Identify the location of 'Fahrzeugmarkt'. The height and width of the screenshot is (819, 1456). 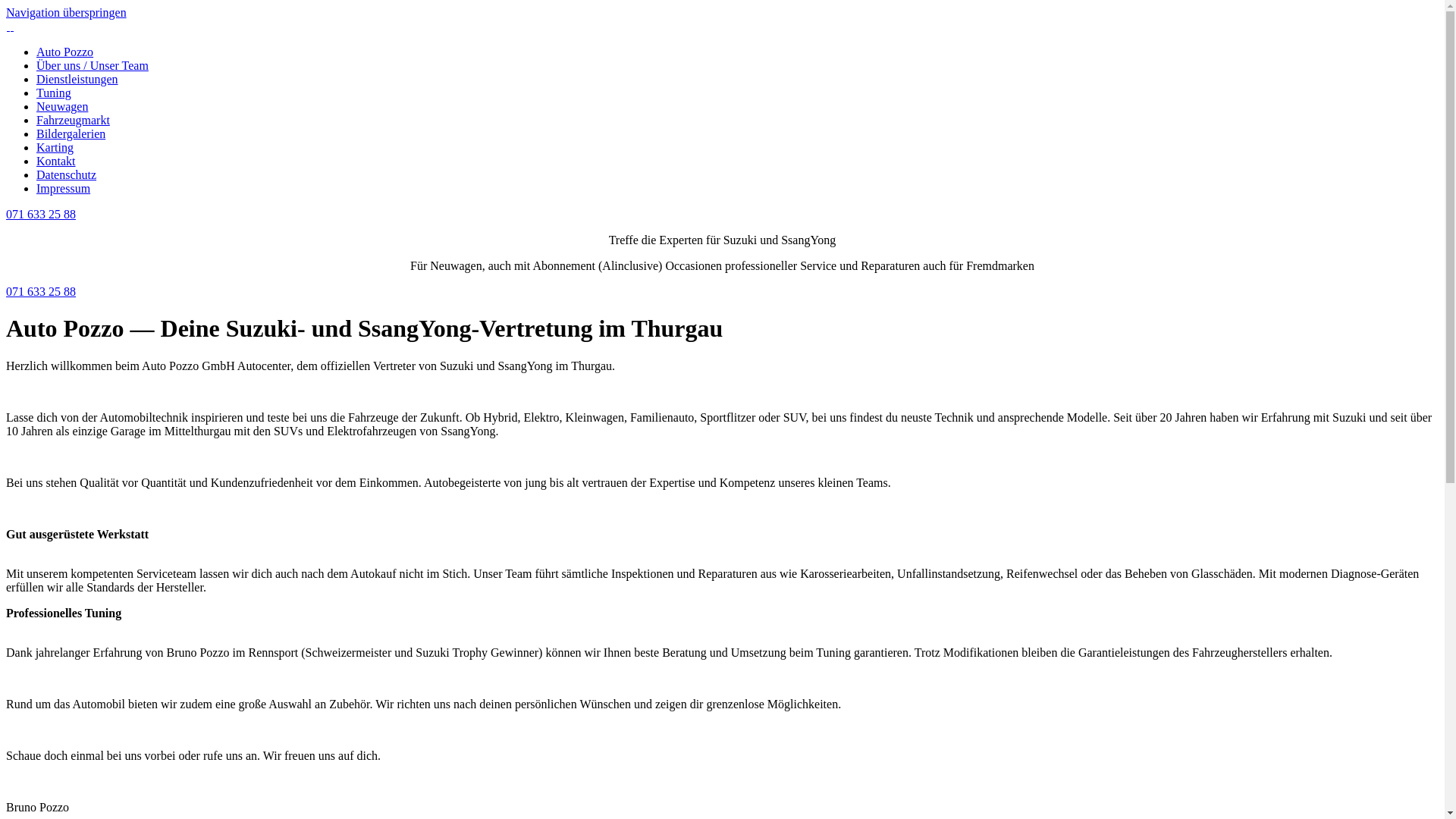
(72, 119).